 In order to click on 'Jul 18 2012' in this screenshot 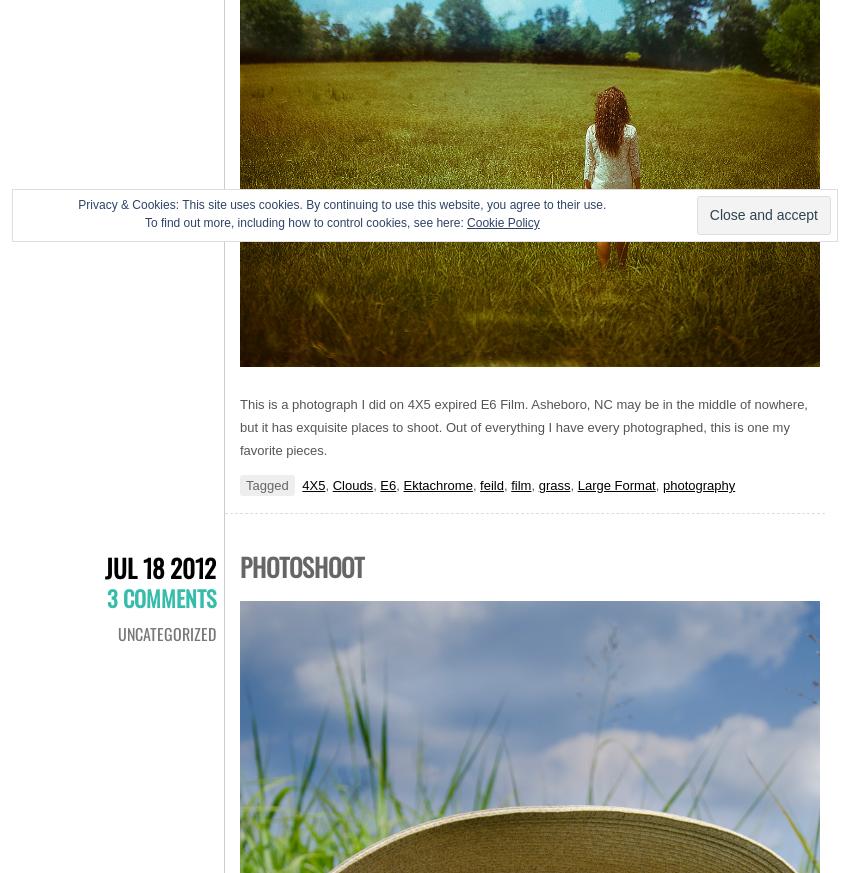, I will do `click(160, 566)`.